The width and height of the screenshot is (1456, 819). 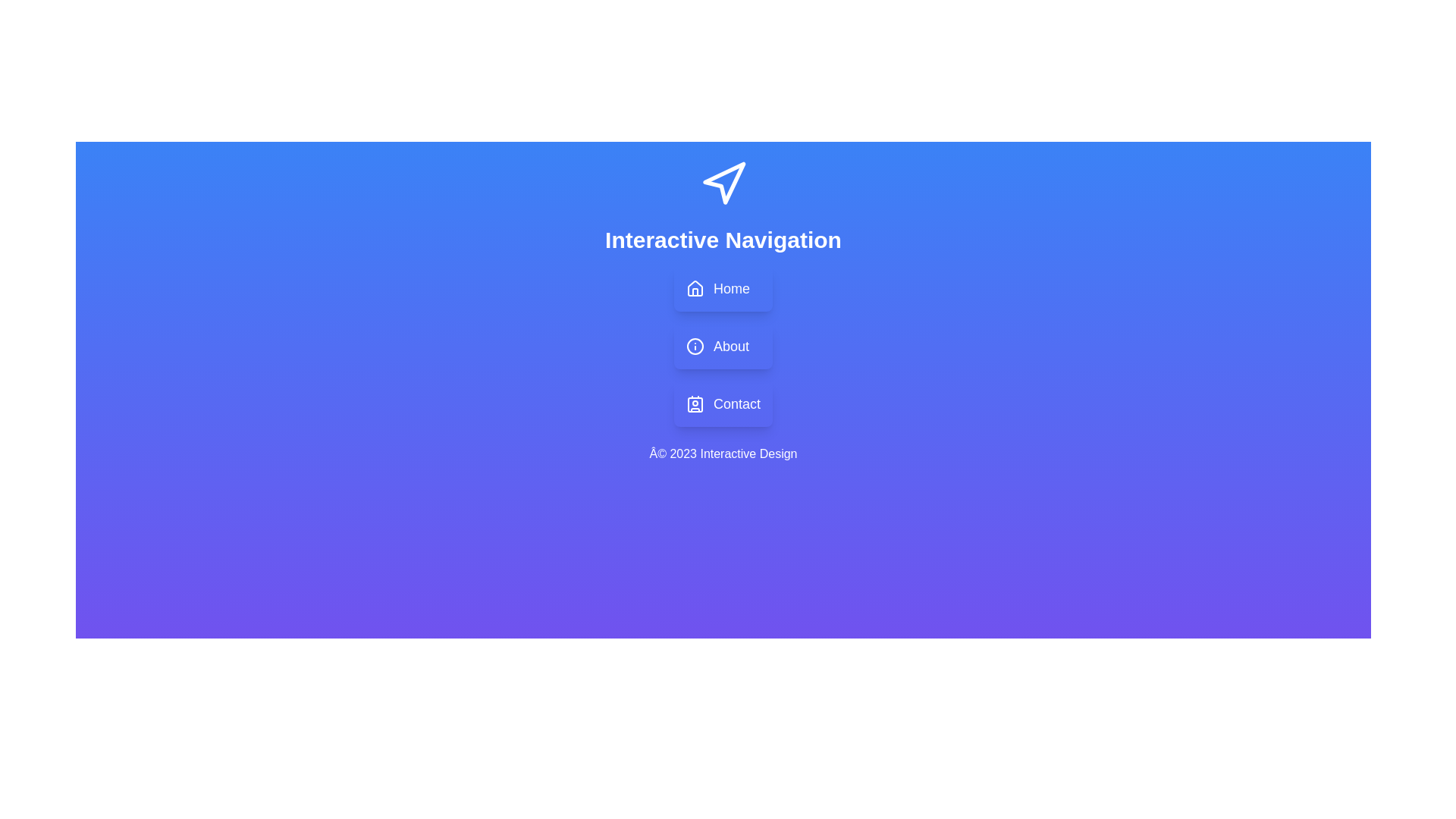 What do you see at coordinates (723, 403) in the screenshot?
I see `the blue 'Contact' button with rounded edges that contains a calendar icon and is positioned at the bottom of the button group` at bounding box center [723, 403].